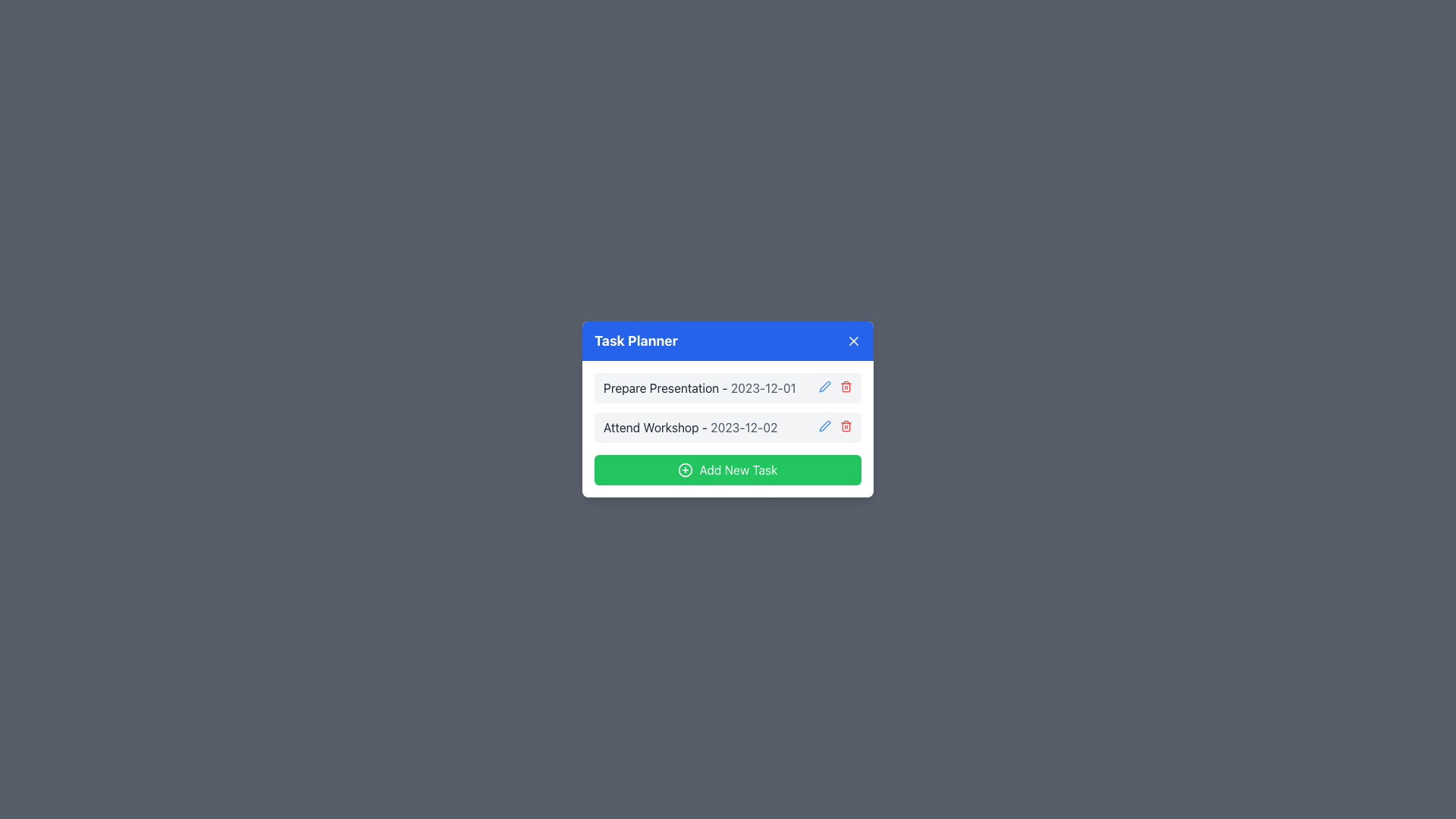 Image resolution: width=1456 pixels, height=819 pixels. What do you see at coordinates (728, 429) in the screenshot?
I see `a task entry within the 'Task Planner' modal` at bounding box center [728, 429].